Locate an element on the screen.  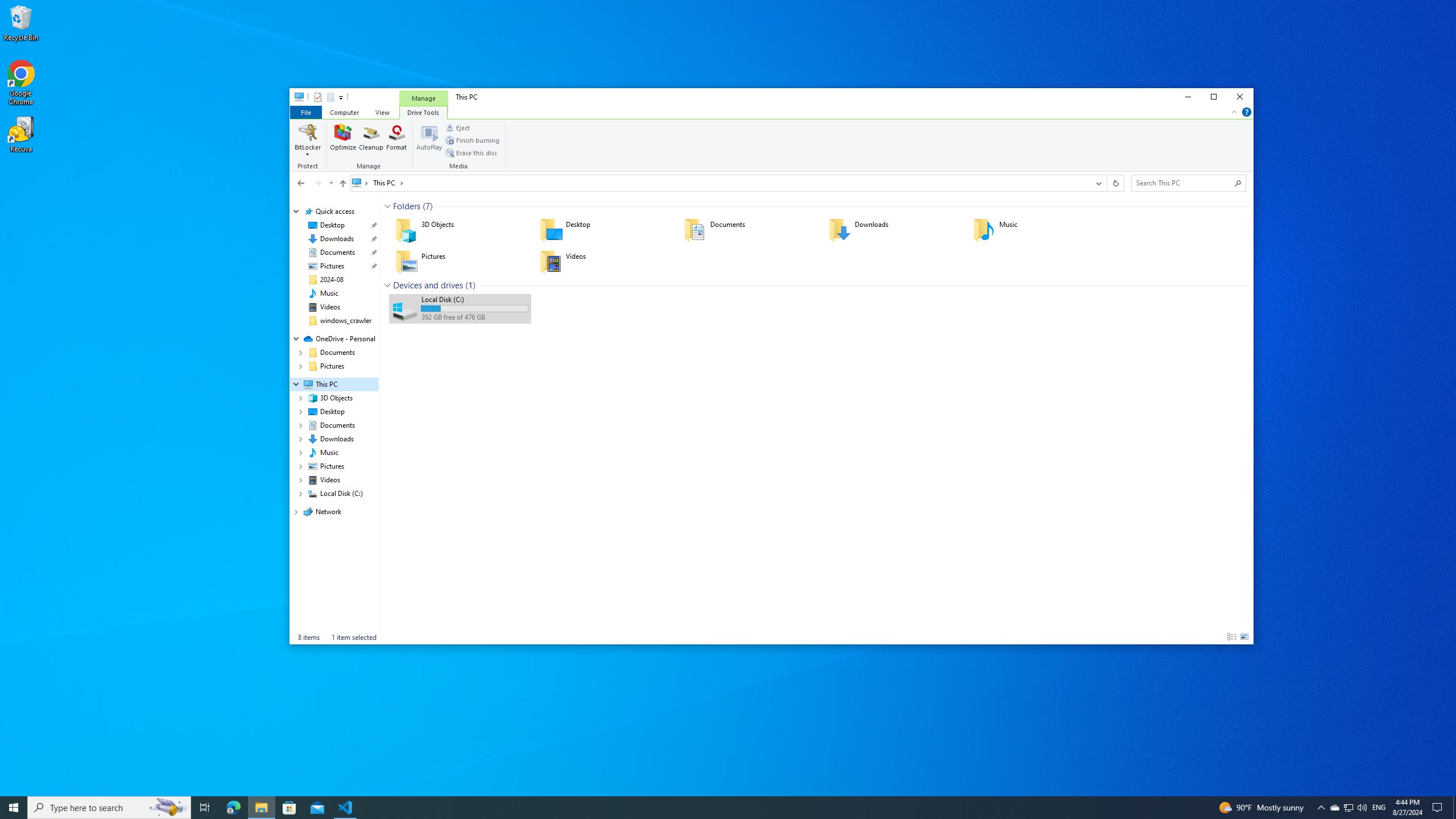
'File tab' is located at coordinates (305, 111).